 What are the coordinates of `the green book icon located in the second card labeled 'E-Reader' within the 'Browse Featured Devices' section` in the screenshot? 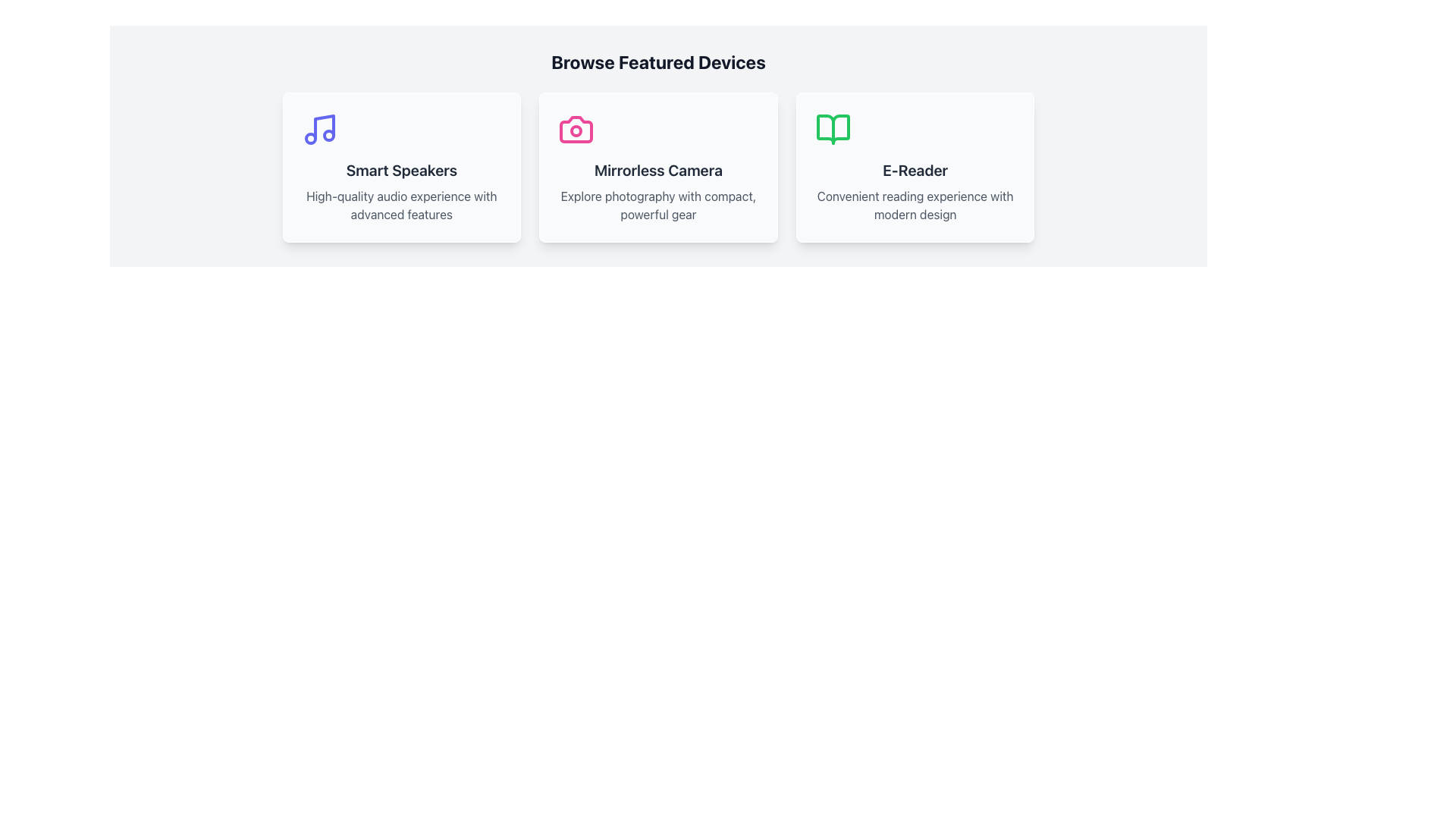 It's located at (832, 128).